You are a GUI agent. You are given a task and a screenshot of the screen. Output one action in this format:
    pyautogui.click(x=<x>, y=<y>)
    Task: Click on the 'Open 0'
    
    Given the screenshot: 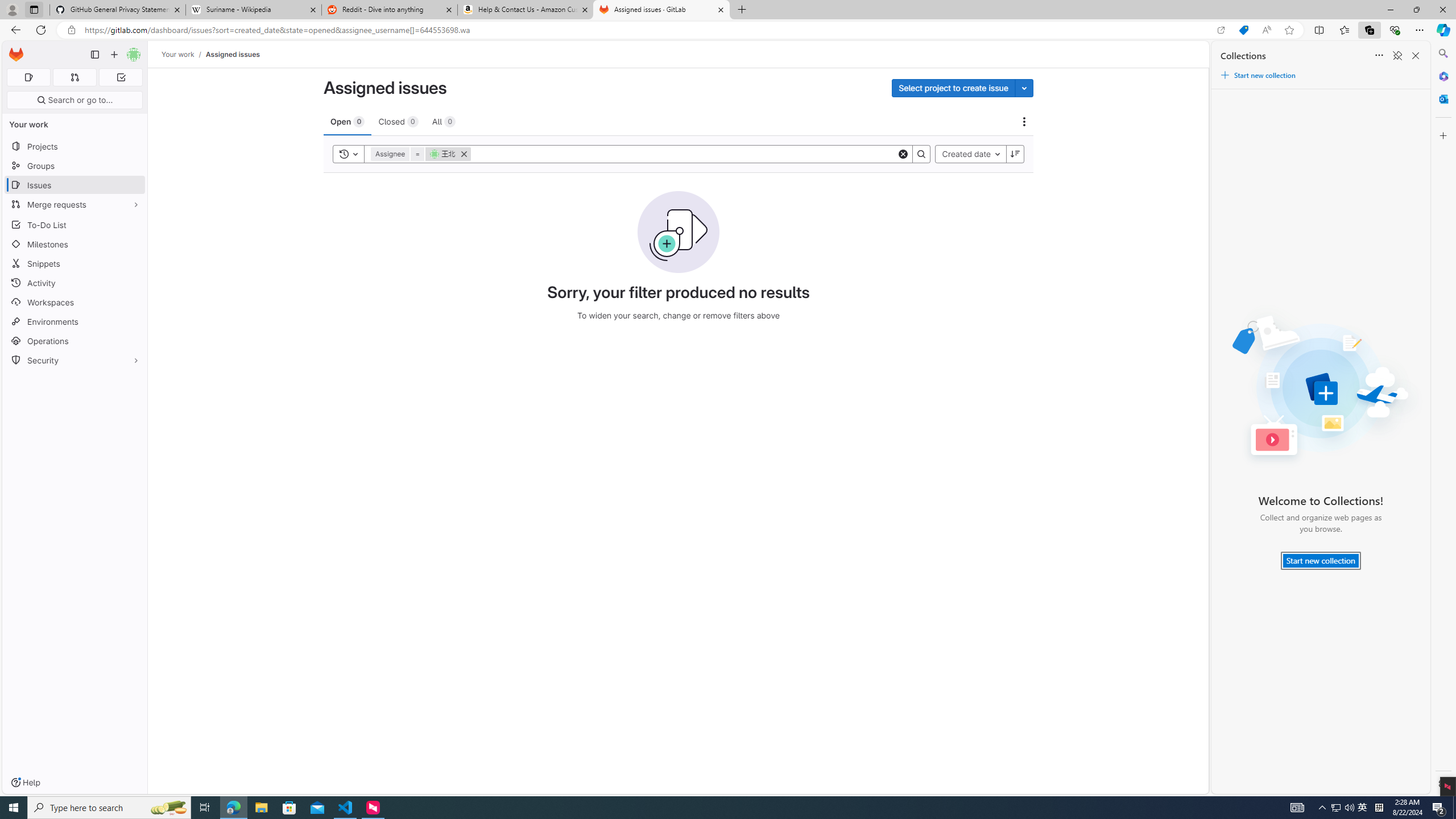 What is the action you would take?
    pyautogui.click(x=347, y=121)
    